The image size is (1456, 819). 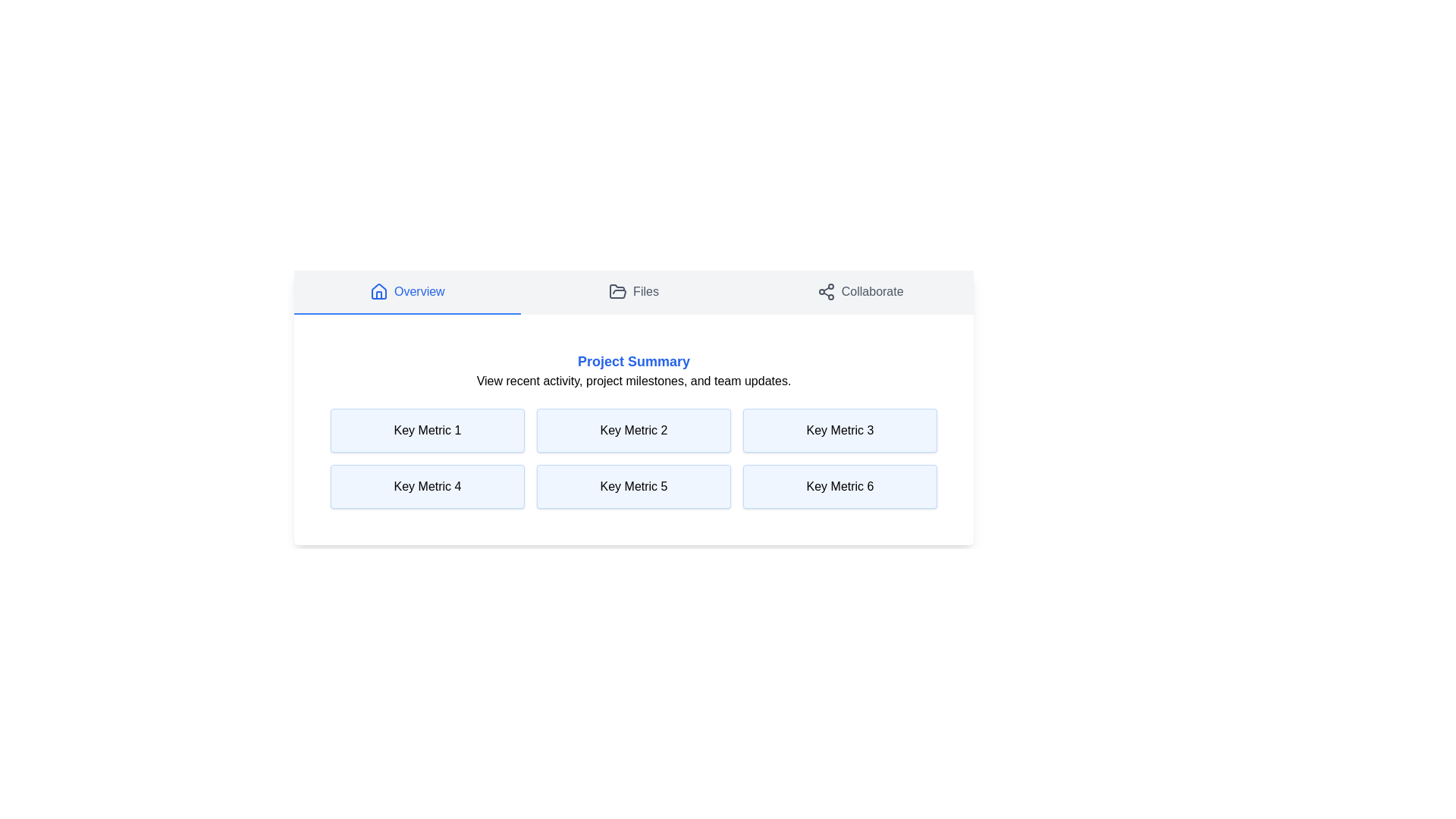 I want to click on displayed information from the Grid of informational cards, which is located centrally below the 'Project Summary' title and description in a white background section, so click(x=633, y=458).